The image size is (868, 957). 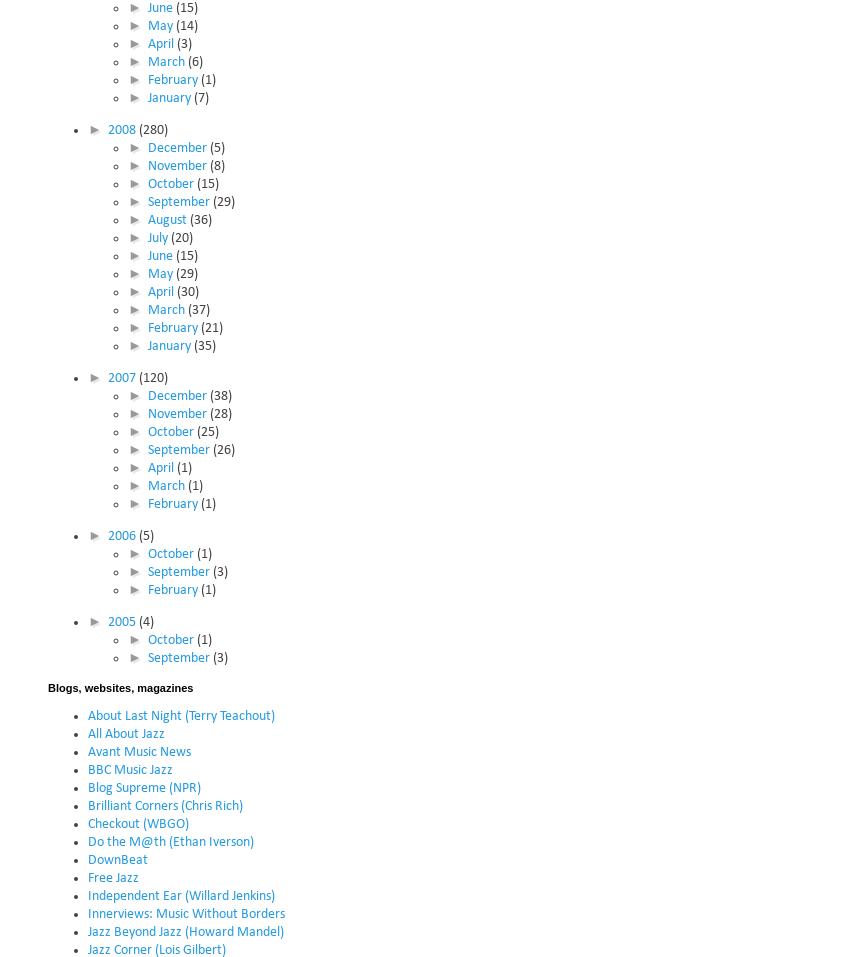 I want to click on '2005', so click(x=107, y=620).